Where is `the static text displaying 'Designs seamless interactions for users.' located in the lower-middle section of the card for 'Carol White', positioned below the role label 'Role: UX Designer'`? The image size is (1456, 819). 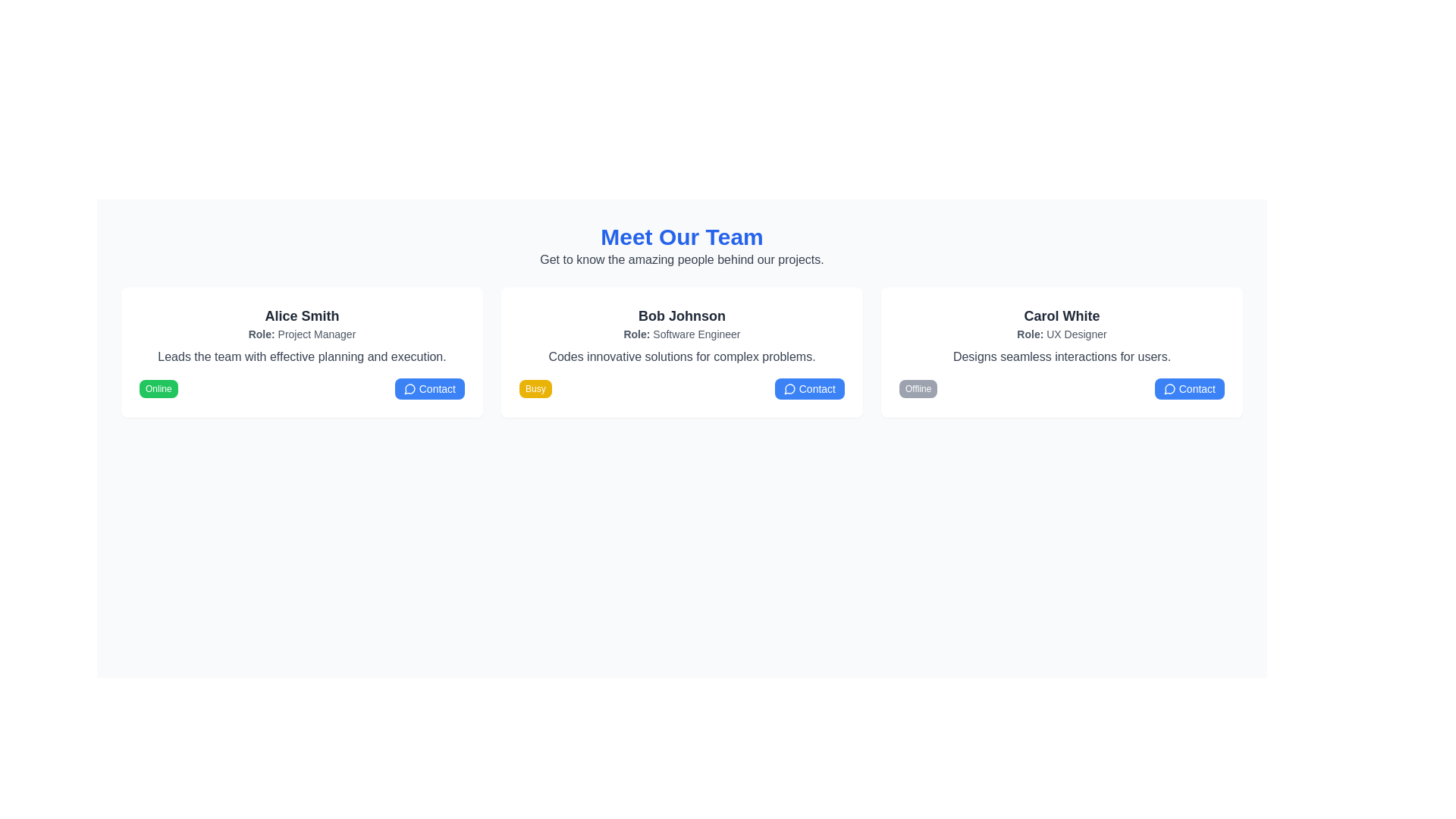 the static text displaying 'Designs seamless interactions for users.' located in the lower-middle section of the card for 'Carol White', positioned below the role label 'Role: UX Designer' is located at coordinates (1061, 356).